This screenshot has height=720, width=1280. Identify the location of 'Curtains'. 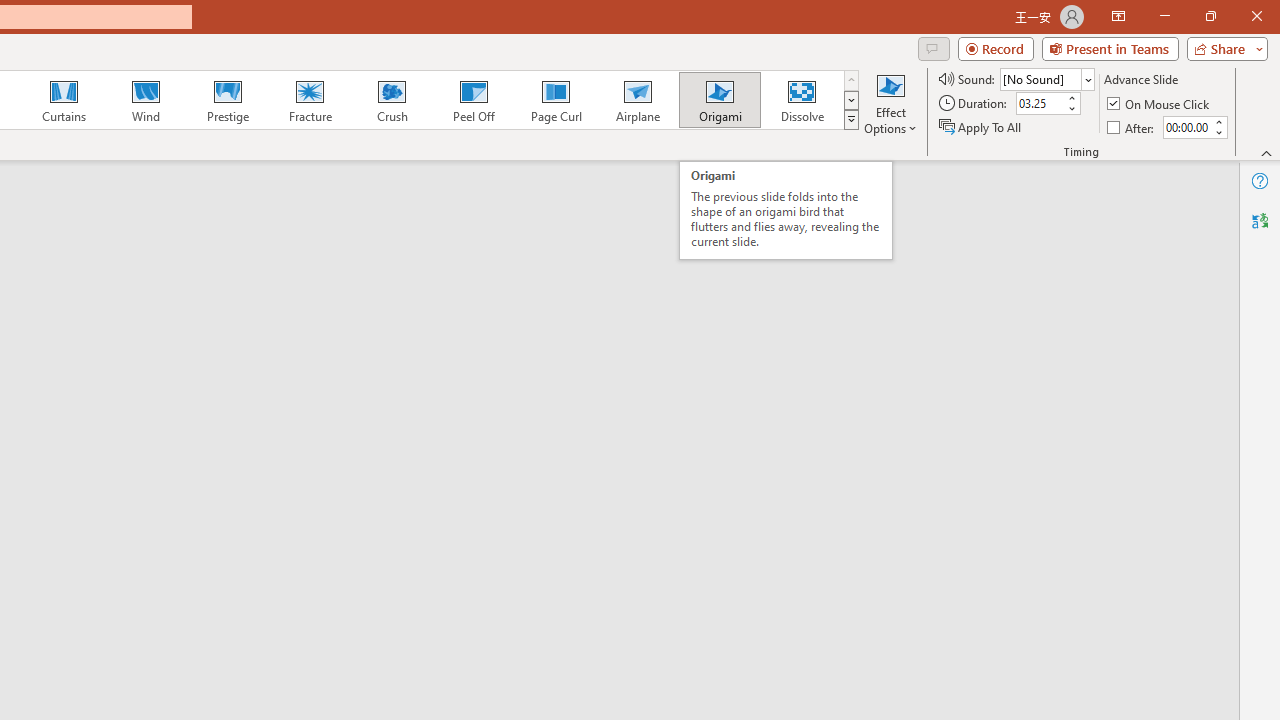
(64, 100).